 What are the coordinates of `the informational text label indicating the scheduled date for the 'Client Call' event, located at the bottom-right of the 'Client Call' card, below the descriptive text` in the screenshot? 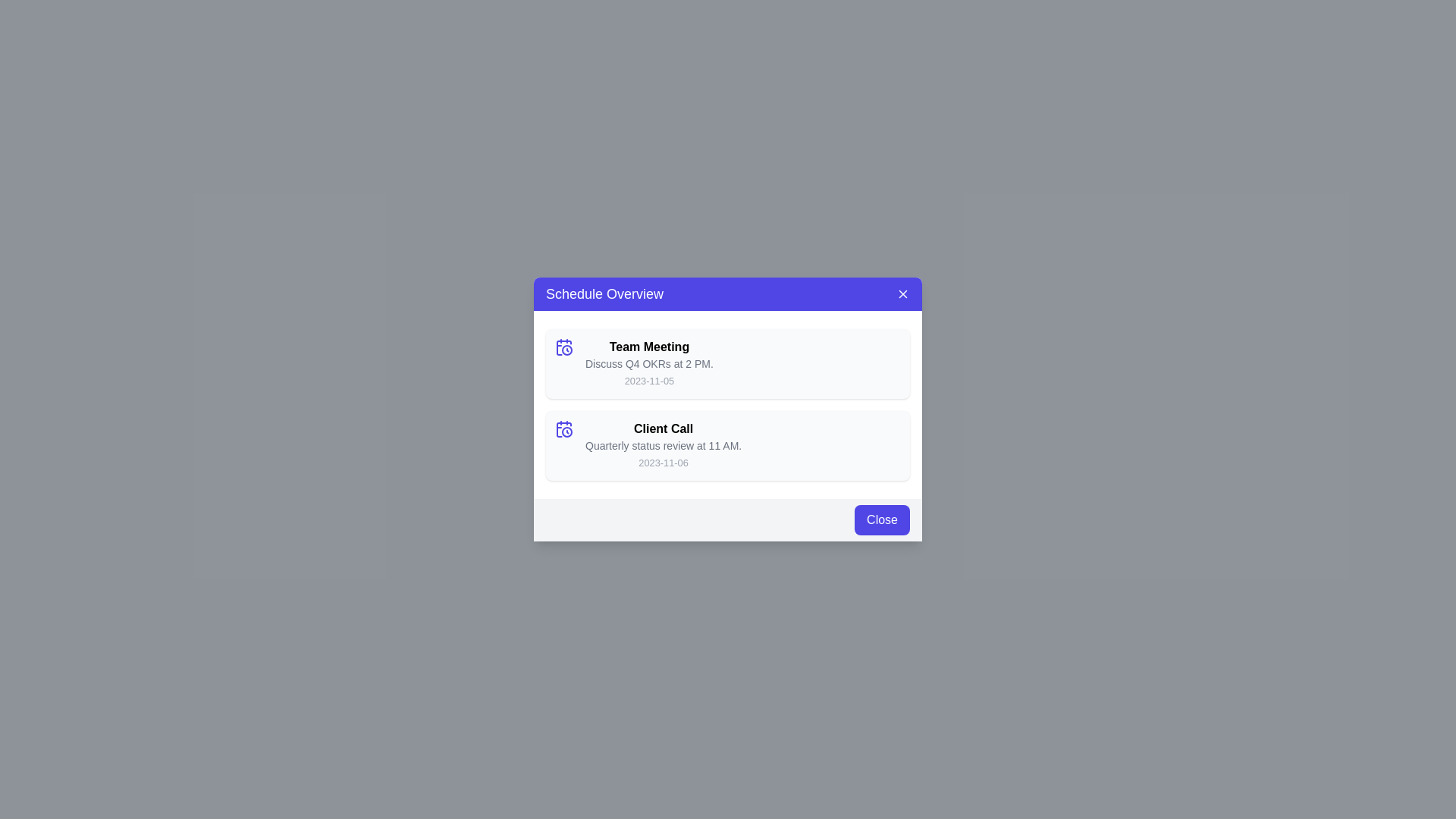 It's located at (664, 462).